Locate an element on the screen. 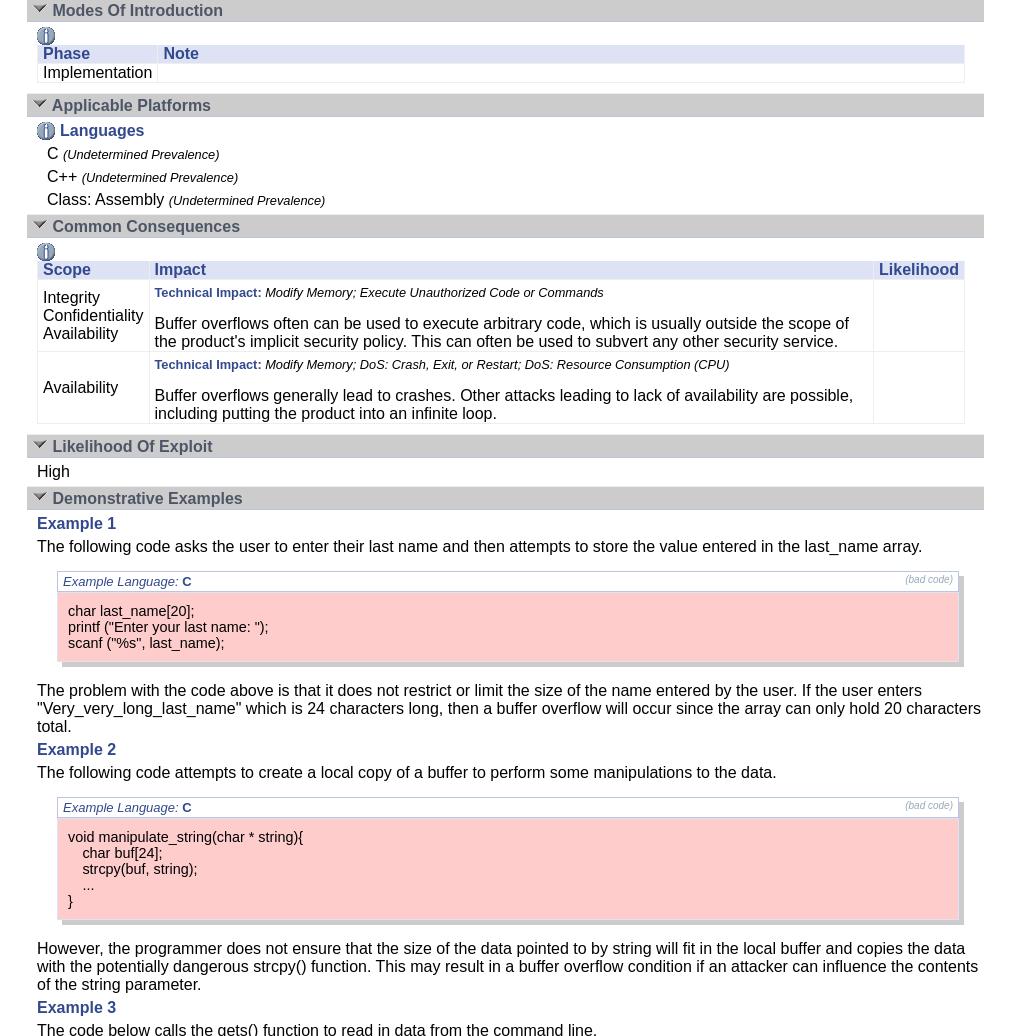  'The problem with the code above is that it does not restrict or limit the size of the name entered by the user. If the user enters "Very_very_long_last_name" which is 24 characters long, then a buffer overflow will occur since the array can only hold 20 characters total.' is located at coordinates (508, 708).